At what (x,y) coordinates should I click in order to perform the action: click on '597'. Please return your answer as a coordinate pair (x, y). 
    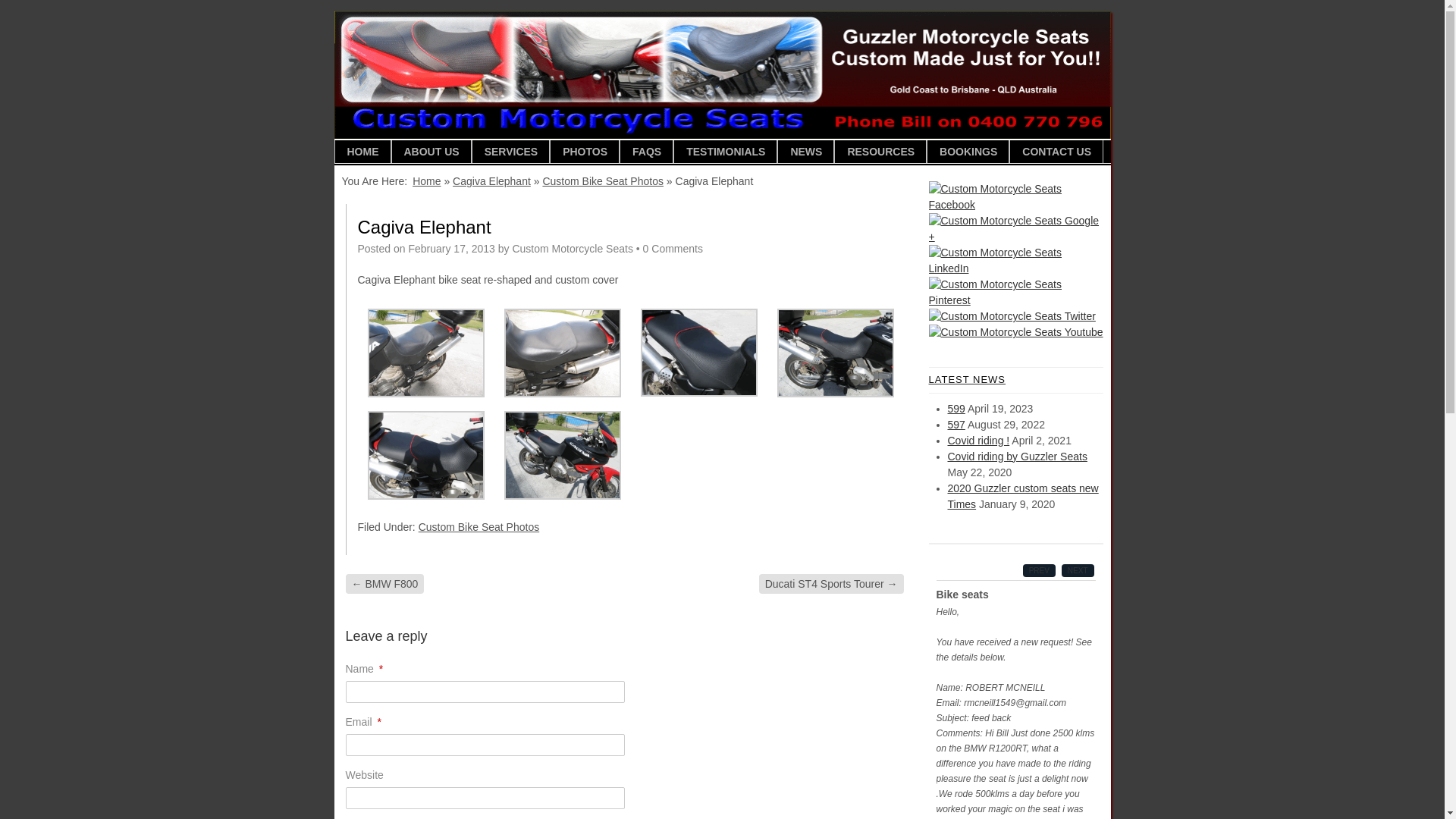
    Looking at the image, I should click on (955, 424).